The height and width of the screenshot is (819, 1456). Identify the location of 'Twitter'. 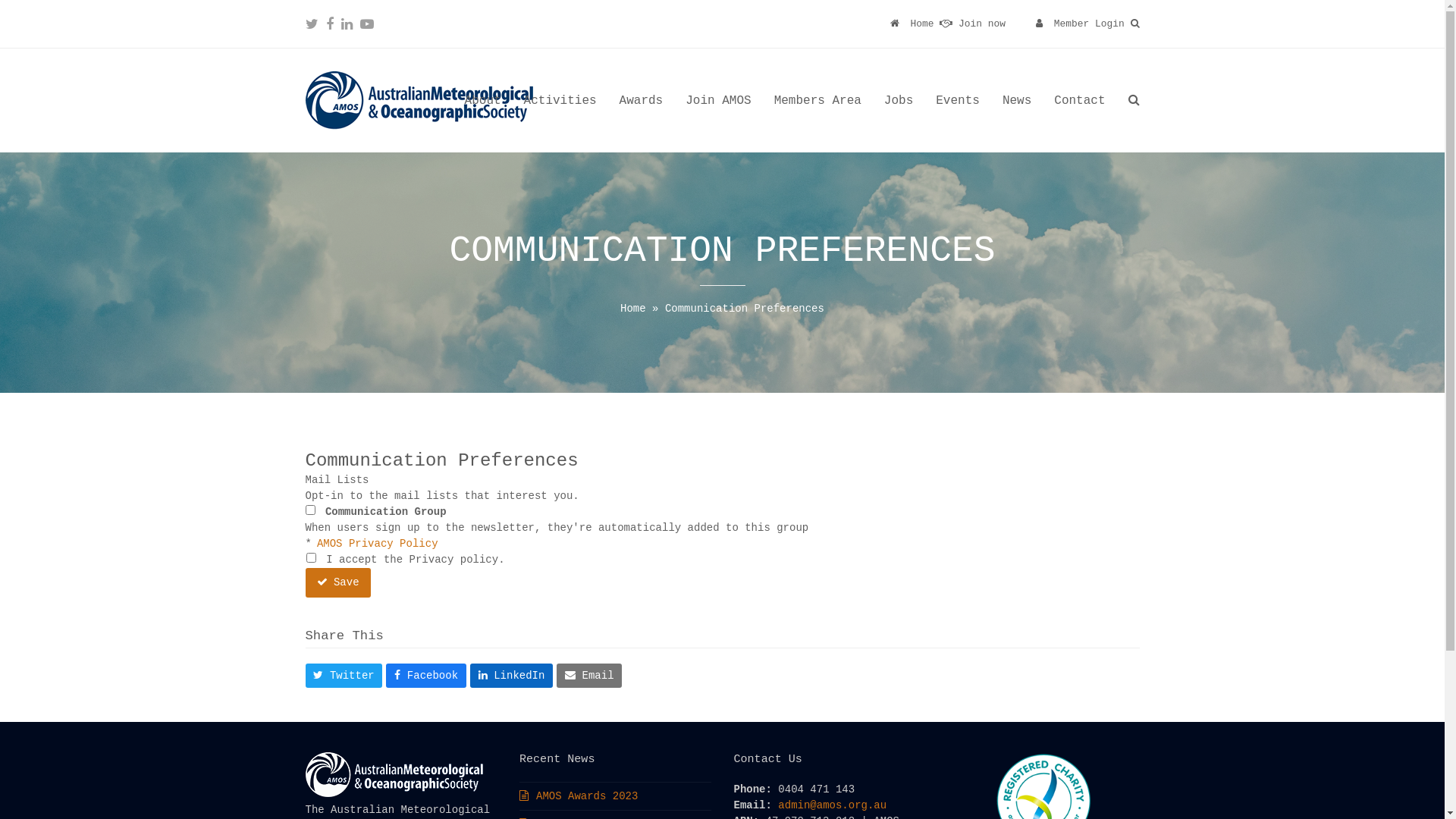
(310, 24).